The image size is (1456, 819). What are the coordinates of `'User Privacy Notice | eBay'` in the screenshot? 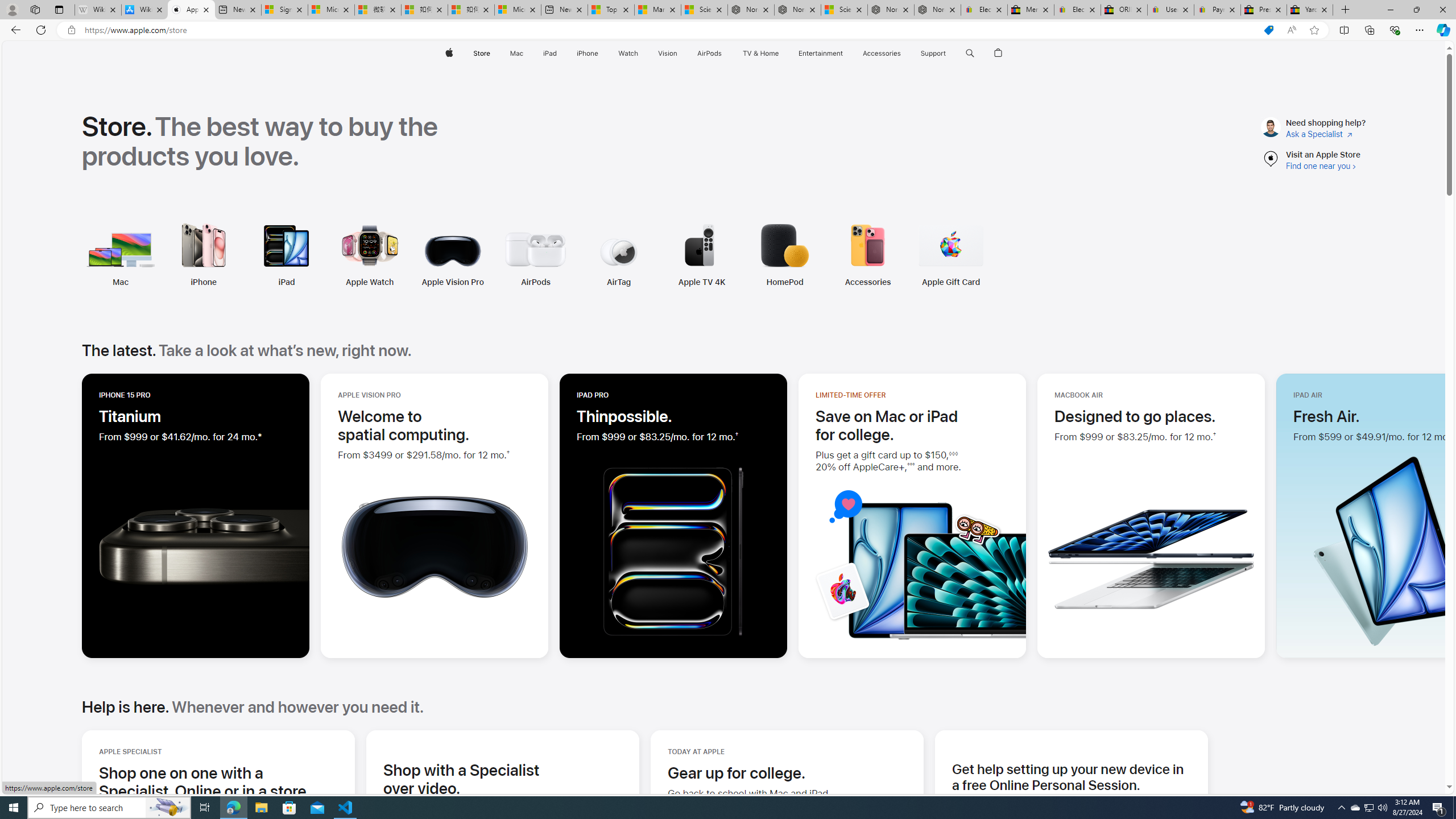 It's located at (1170, 9).